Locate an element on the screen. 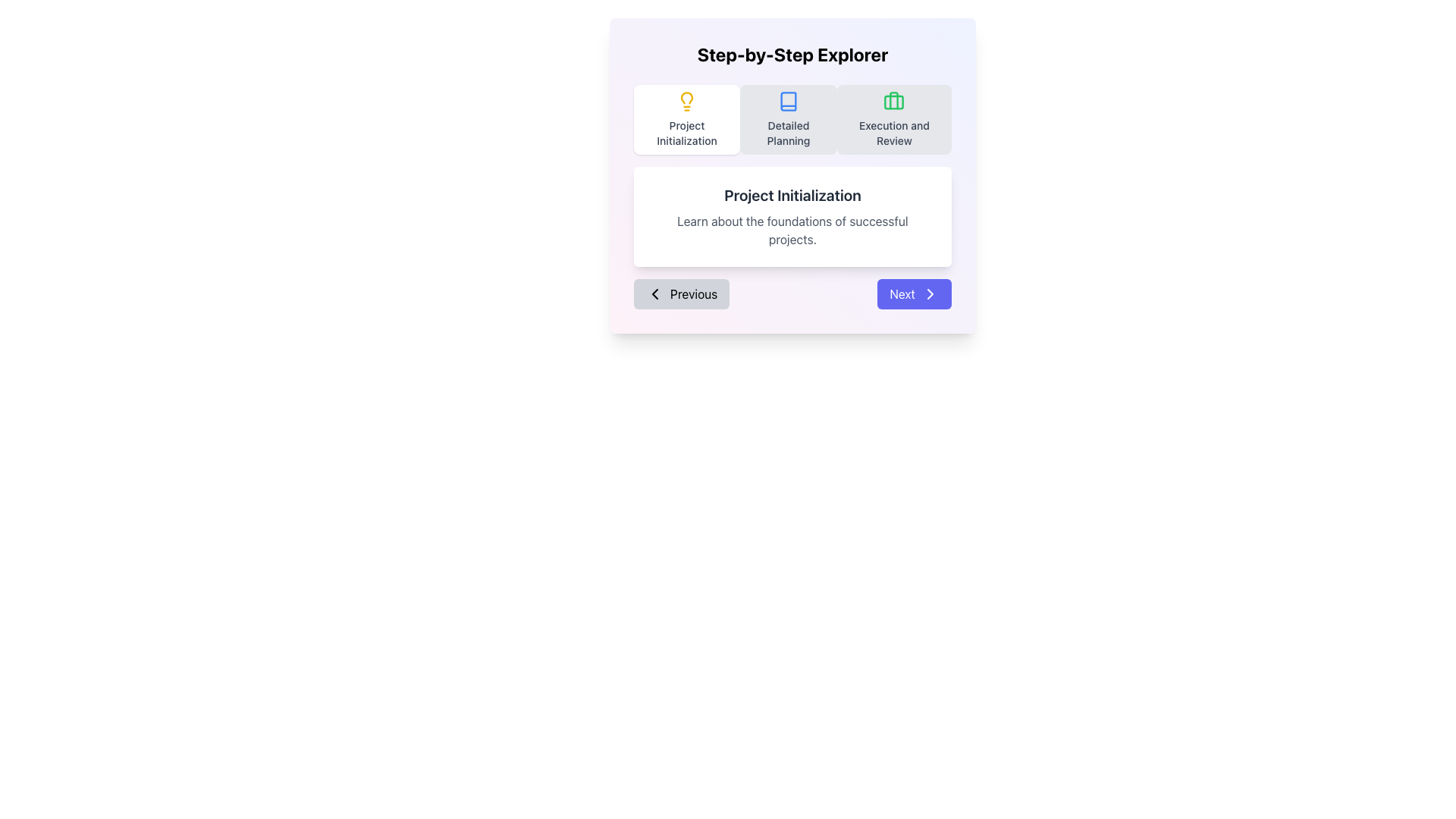 This screenshot has width=1456, height=819. the first button in the 'Step-by-Step Explorer' for the 'Project Initialization' stage to trigger a visual effect is located at coordinates (686, 119).